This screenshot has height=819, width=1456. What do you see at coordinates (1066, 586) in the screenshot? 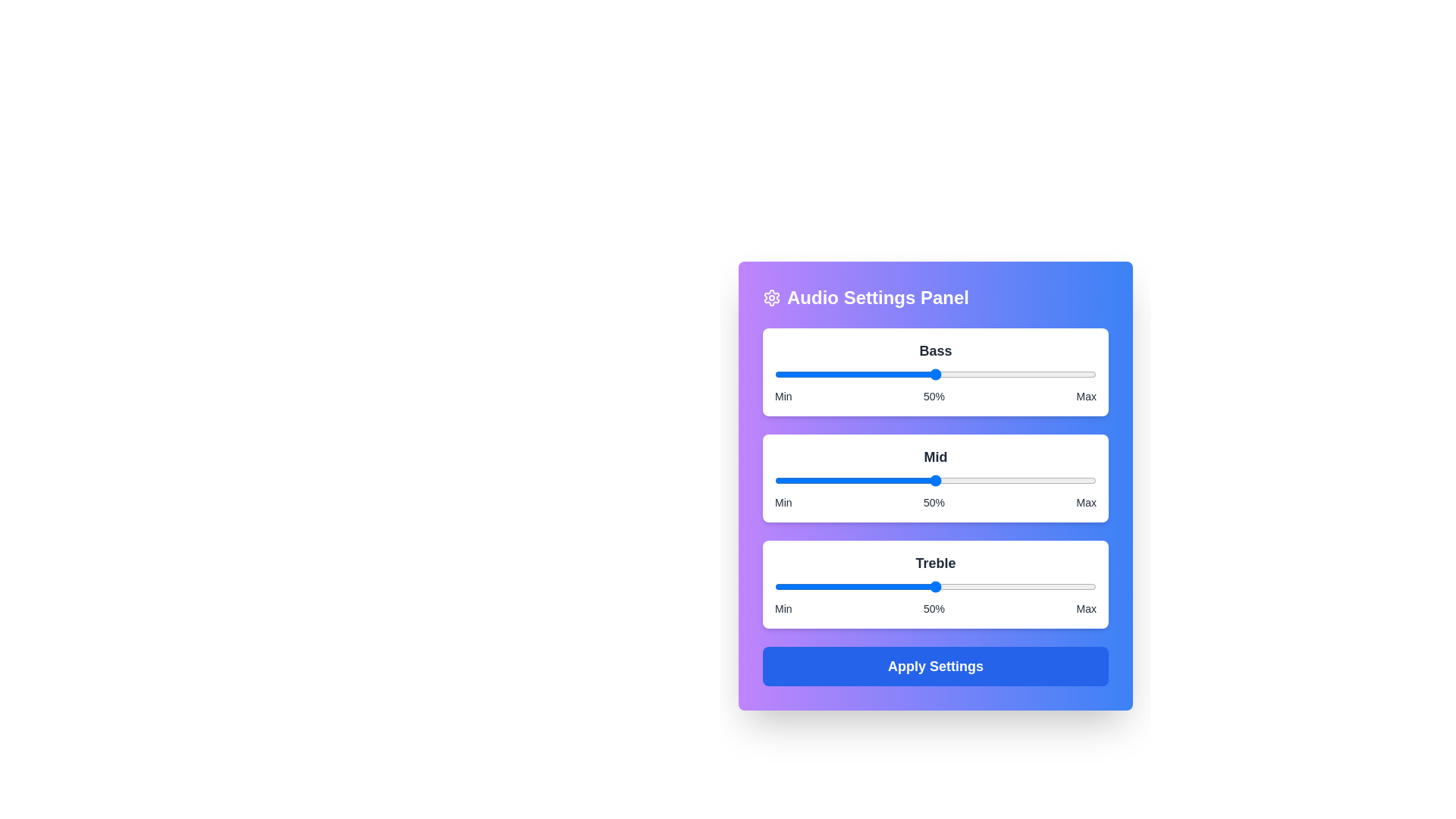
I see `the treble level` at bounding box center [1066, 586].